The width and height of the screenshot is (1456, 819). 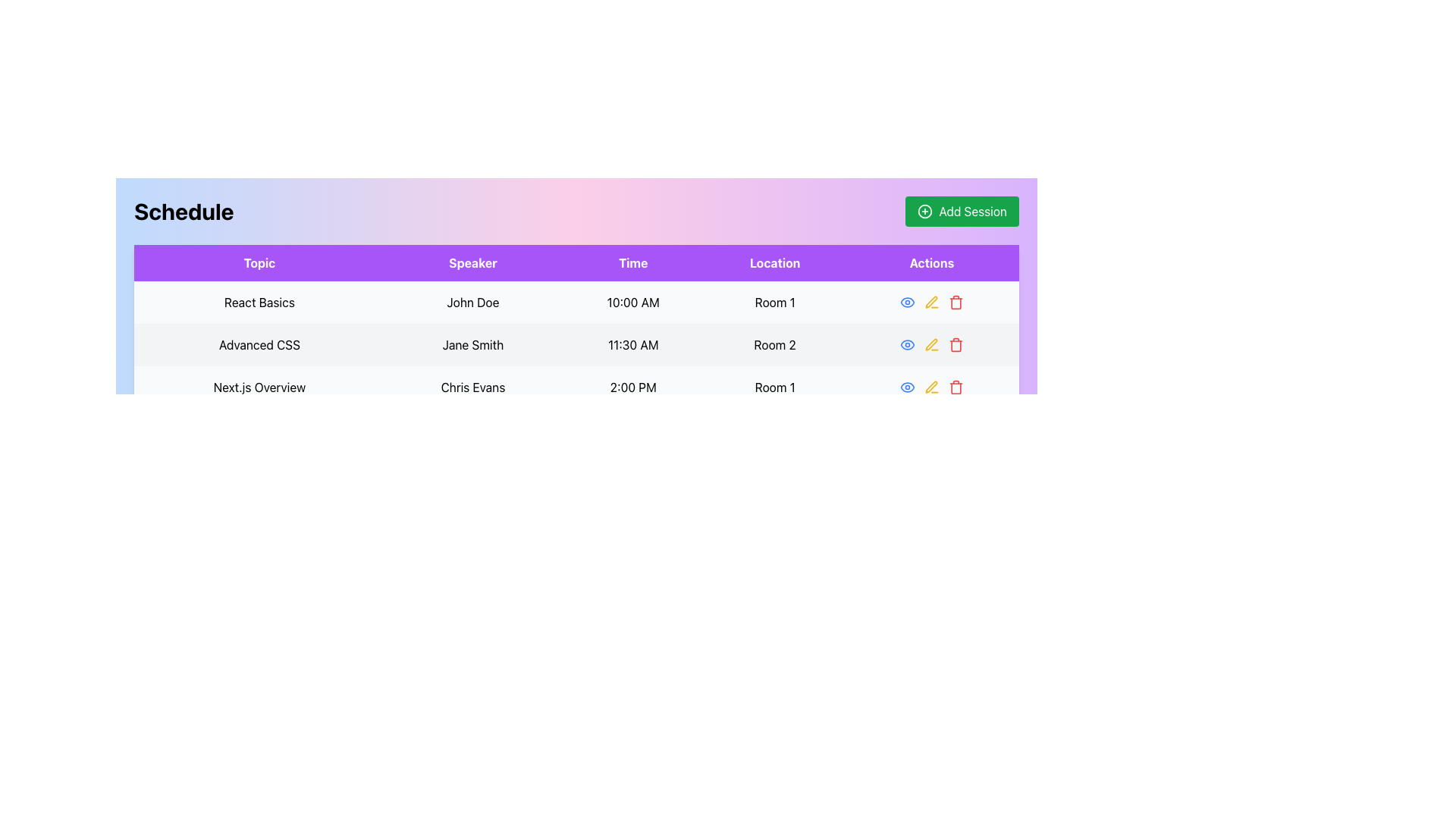 What do you see at coordinates (775, 302) in the screenshot?
I see `displayed text in the 'Location' column for the 'React Basics' session, which shows 'Room 1'` at bounding box center [775, 302].